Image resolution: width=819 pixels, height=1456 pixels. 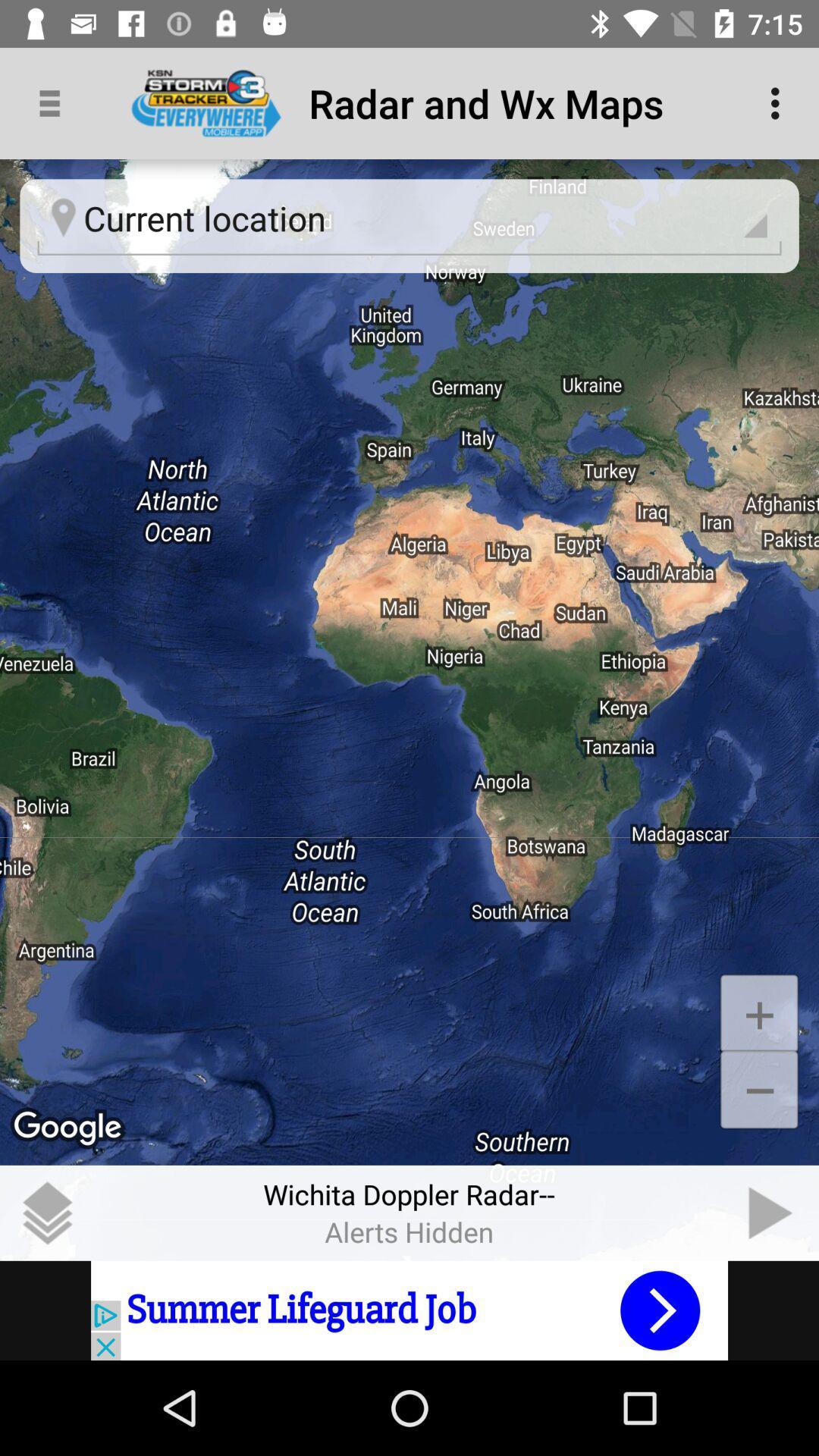 I want to click on advertisement portion, so click(x=409, y=1310).